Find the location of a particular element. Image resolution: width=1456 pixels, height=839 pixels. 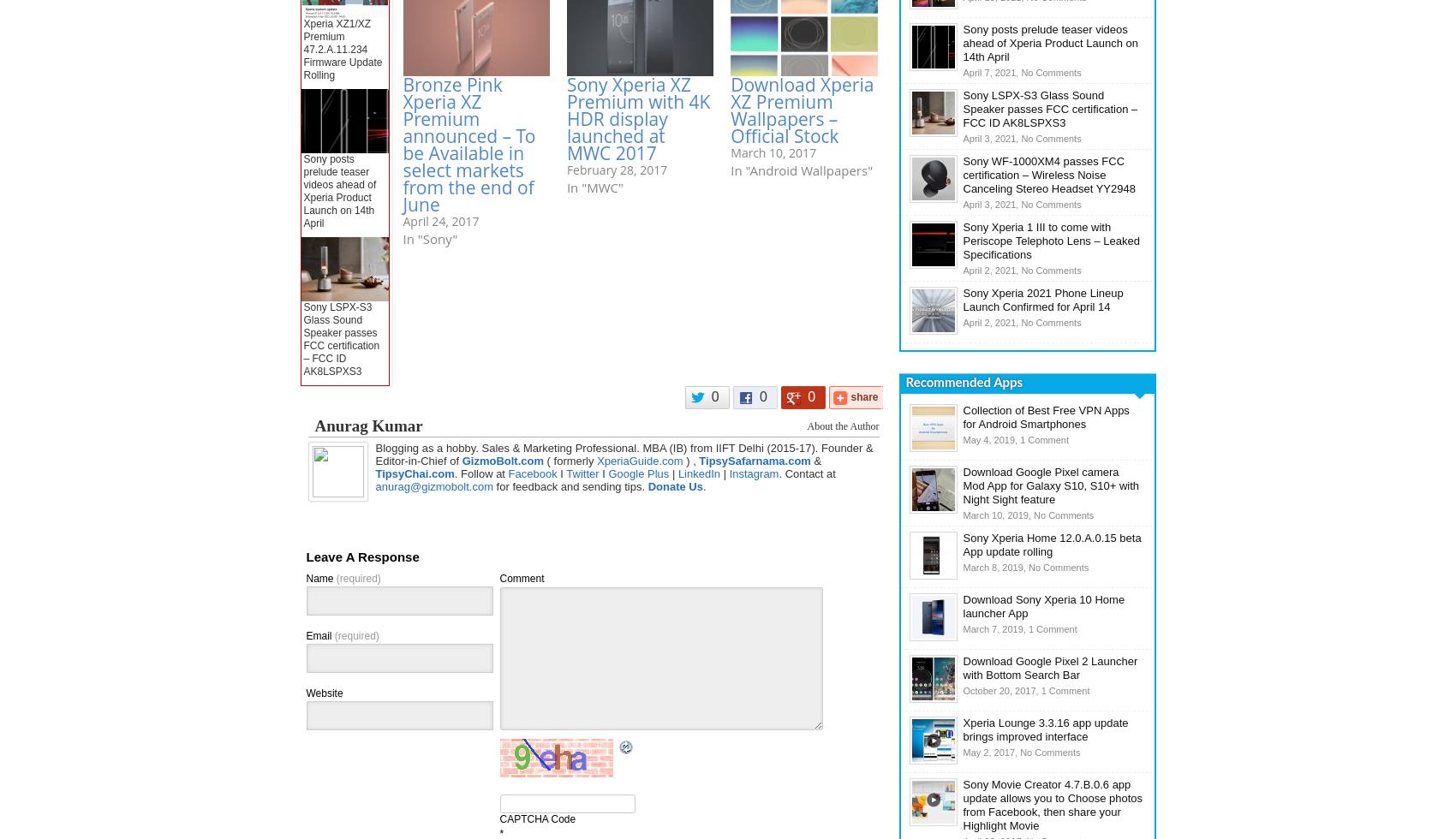

'Comment' is located at coordinates (520, 579).